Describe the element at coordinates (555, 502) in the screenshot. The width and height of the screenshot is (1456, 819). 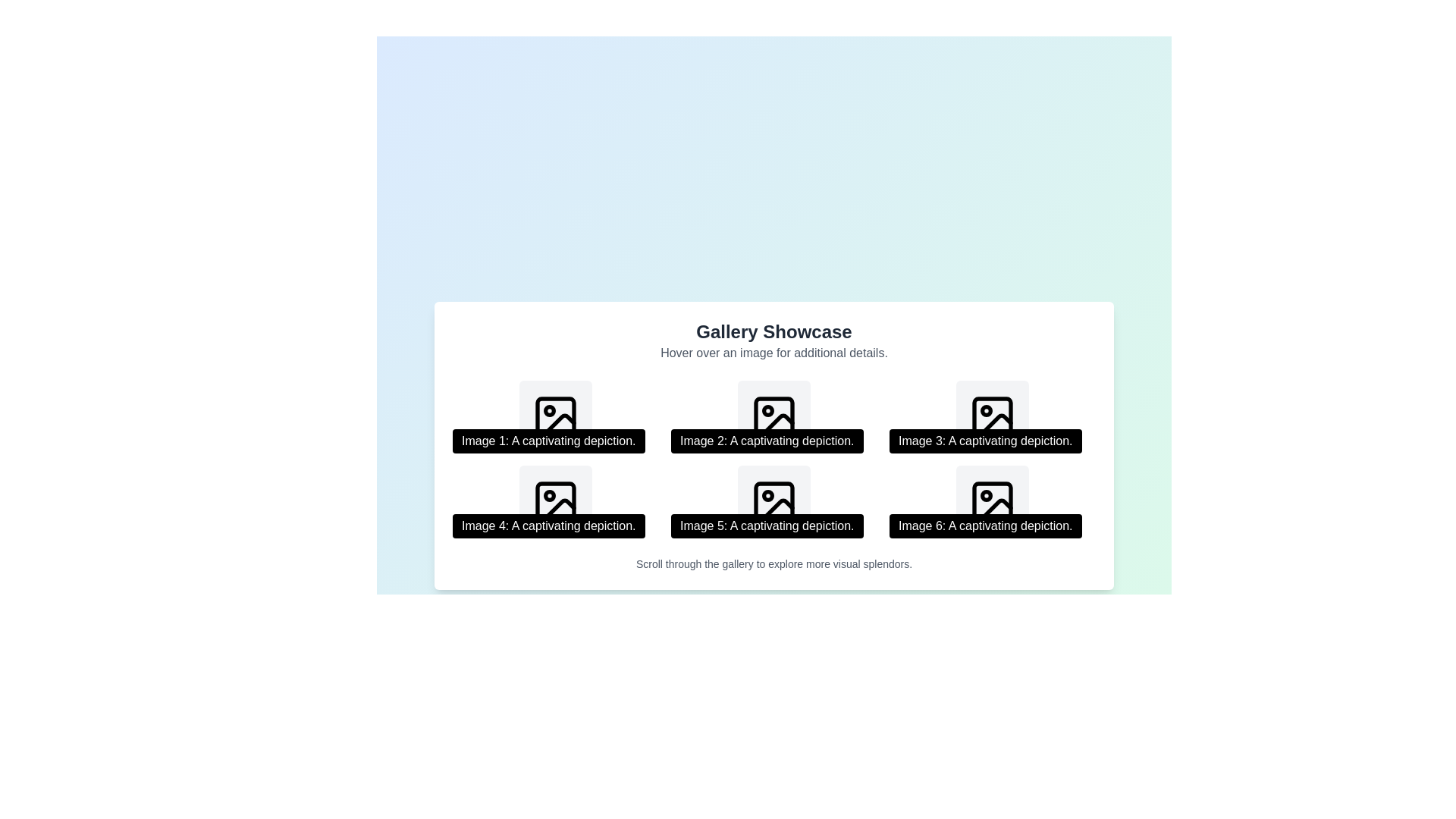
I see `the Visual Placeholder located in the bottom-left section of the gallery grid` at that location.